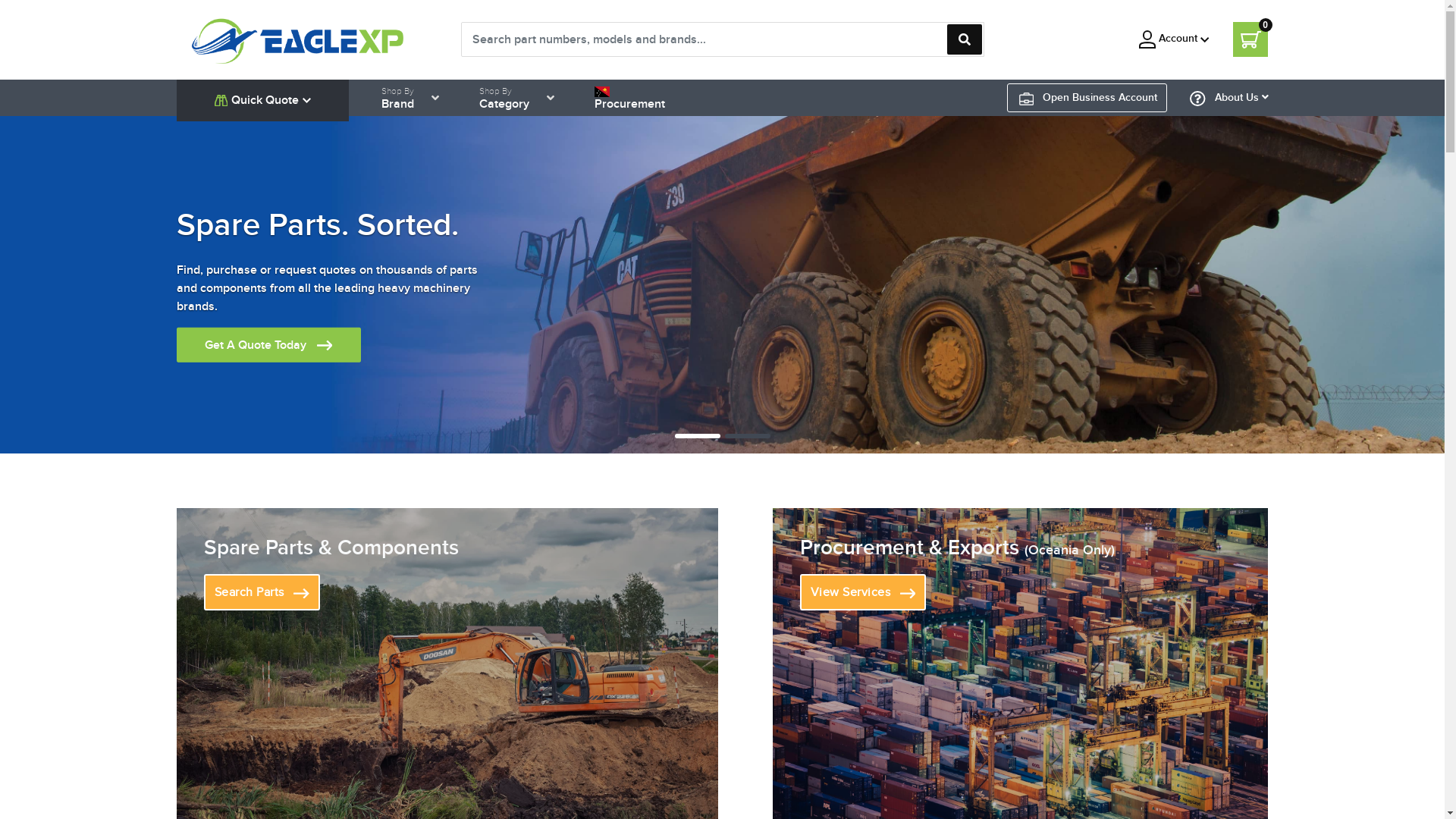  I want to click on 'Quick Quote', so click(262, 99).